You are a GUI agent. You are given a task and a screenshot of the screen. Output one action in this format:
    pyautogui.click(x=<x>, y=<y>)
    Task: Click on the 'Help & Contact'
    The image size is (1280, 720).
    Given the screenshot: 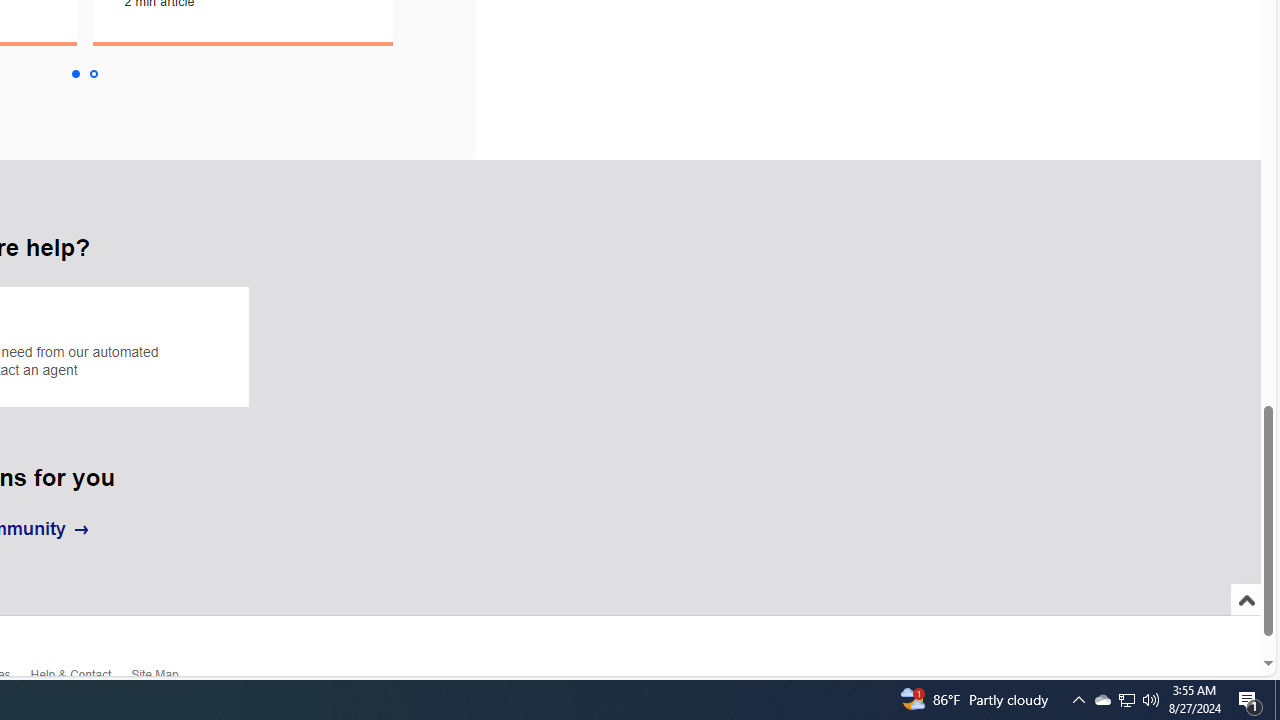 What is the action you would take?
    pyautogui.click(x=80, y=678)
    